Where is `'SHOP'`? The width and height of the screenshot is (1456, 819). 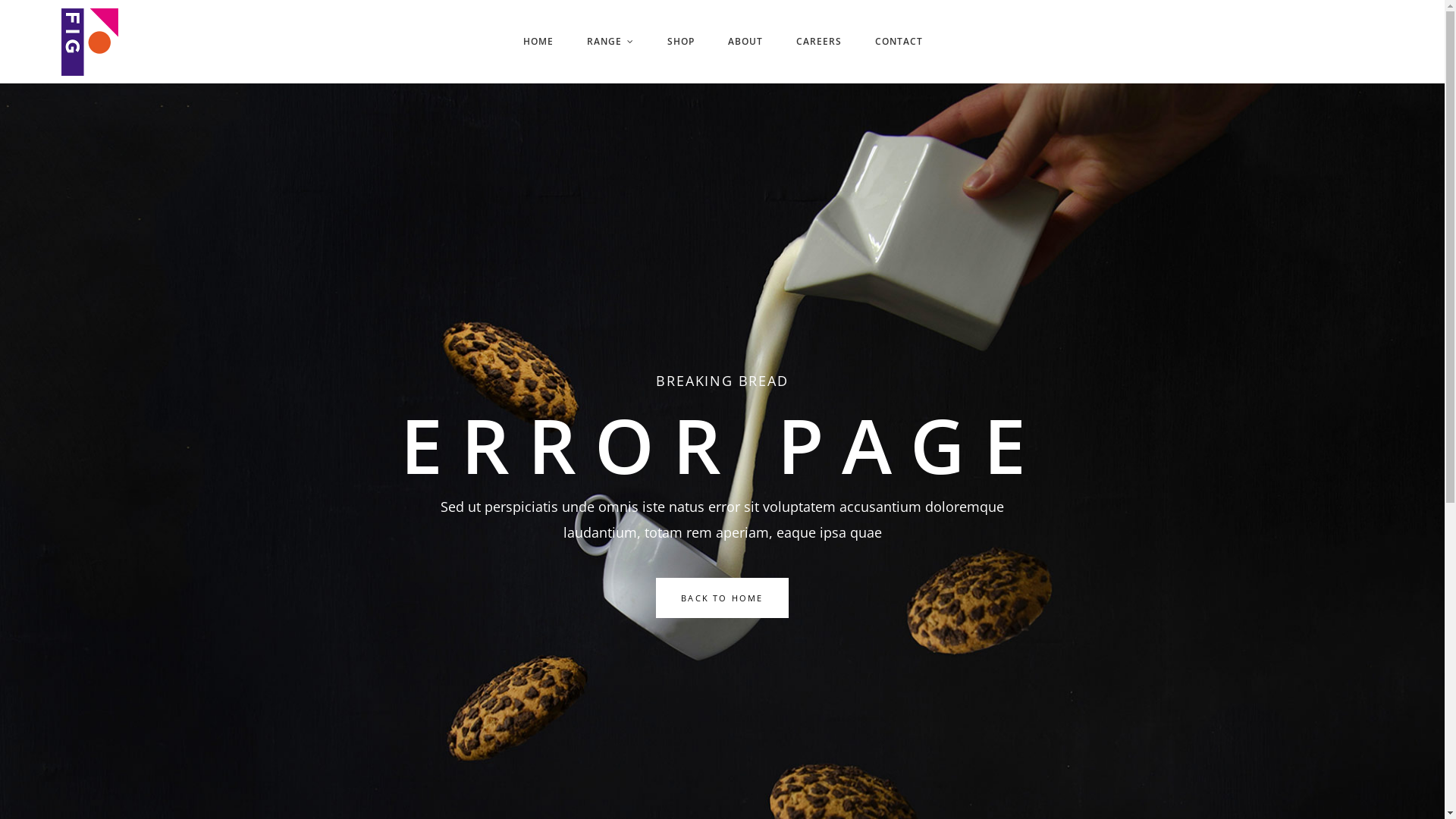 'SHOP' is located at coordinates (679, 40).